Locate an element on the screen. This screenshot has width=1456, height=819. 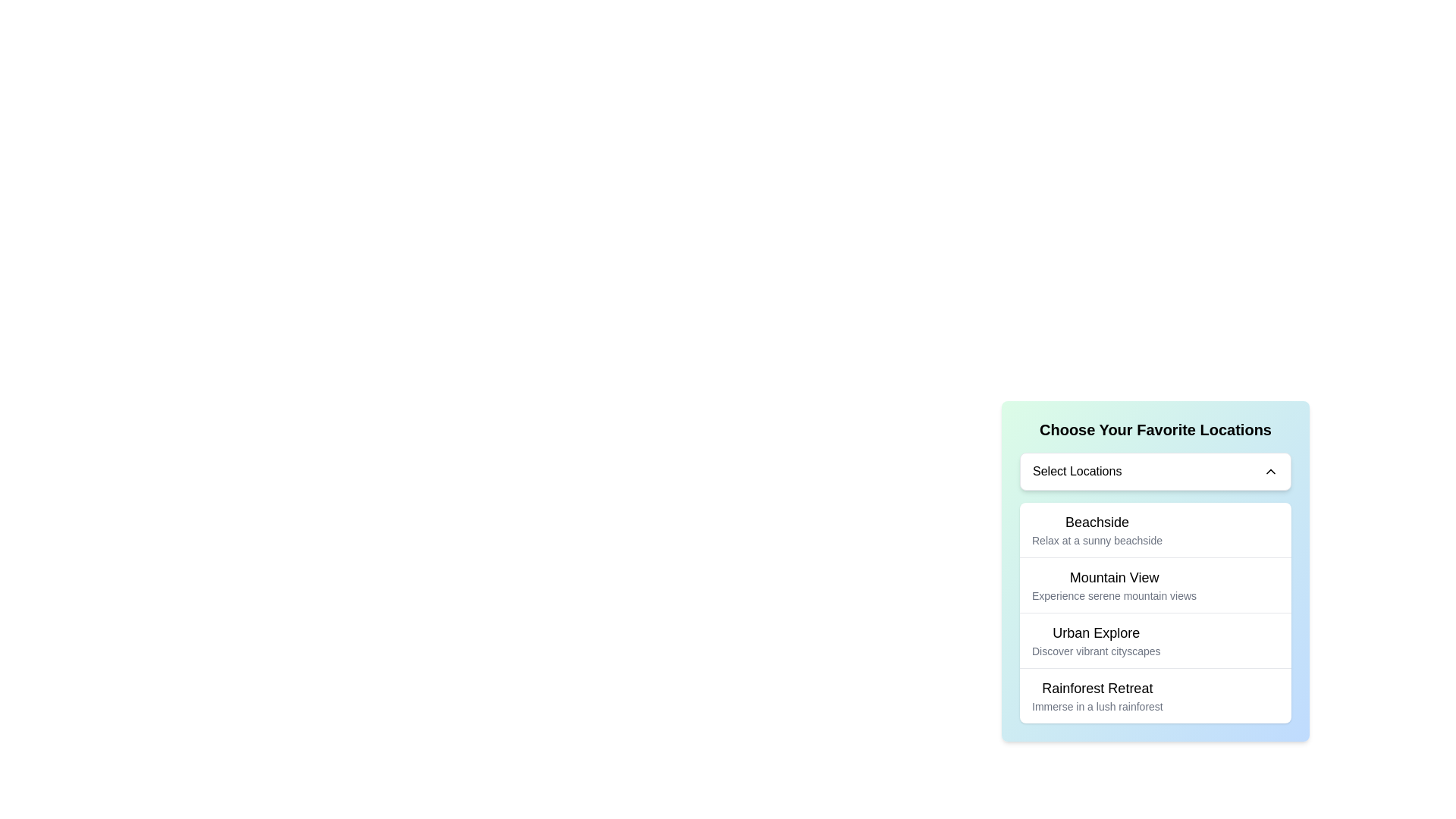
the text label displaying 'Relax at a sunny beachside', which is positioned below the 'Beachside' label in the list of location options under 'Choose Your Favorite Locations' is located at coordinates (1097, 540).